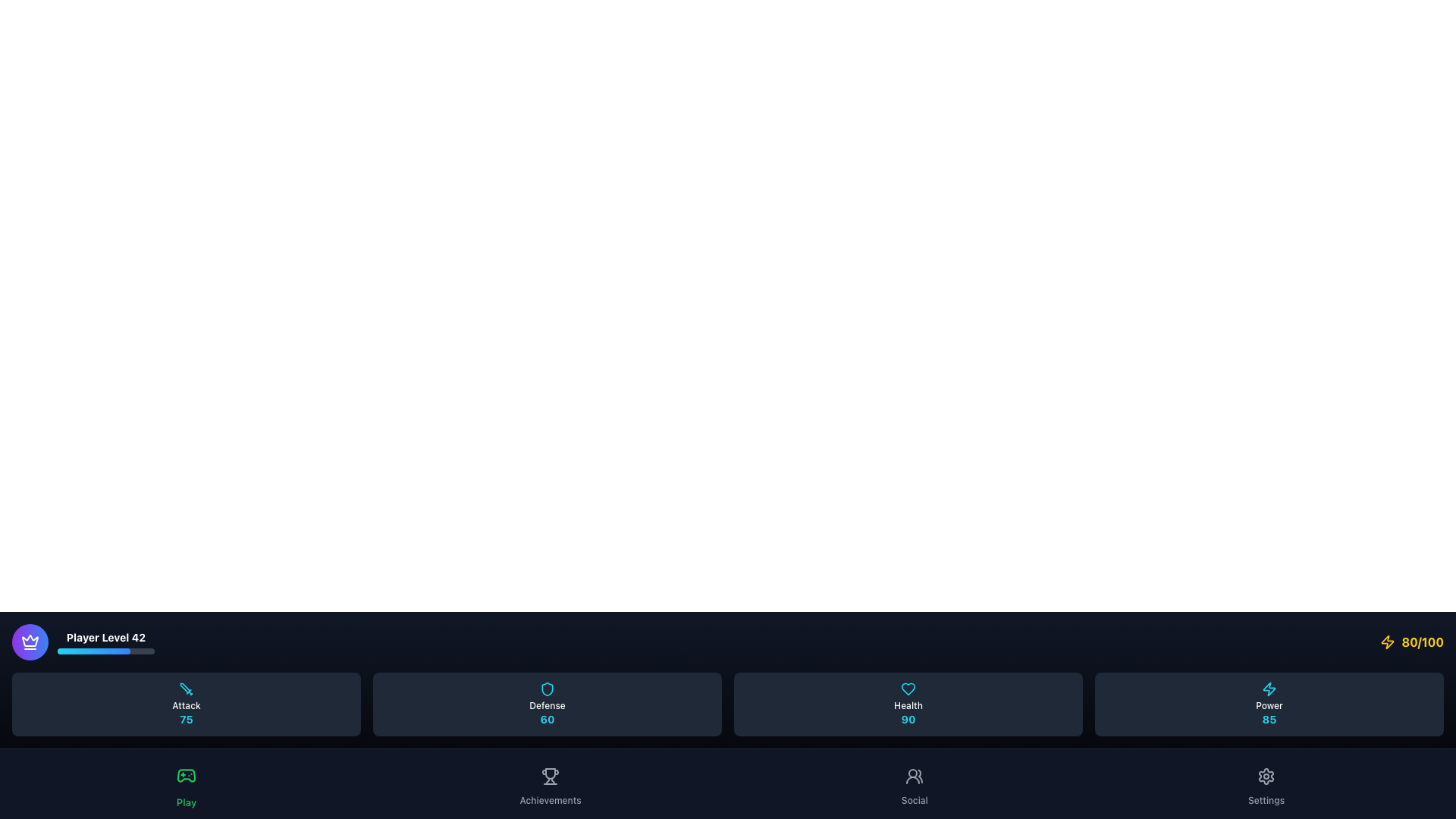 The image size is (1456, 819). Describe the element at coordinates (912, 780) in the screenshot. I see `the decorative curved part of the 'Social' section icon located at the bottom navigation bar` at that location.